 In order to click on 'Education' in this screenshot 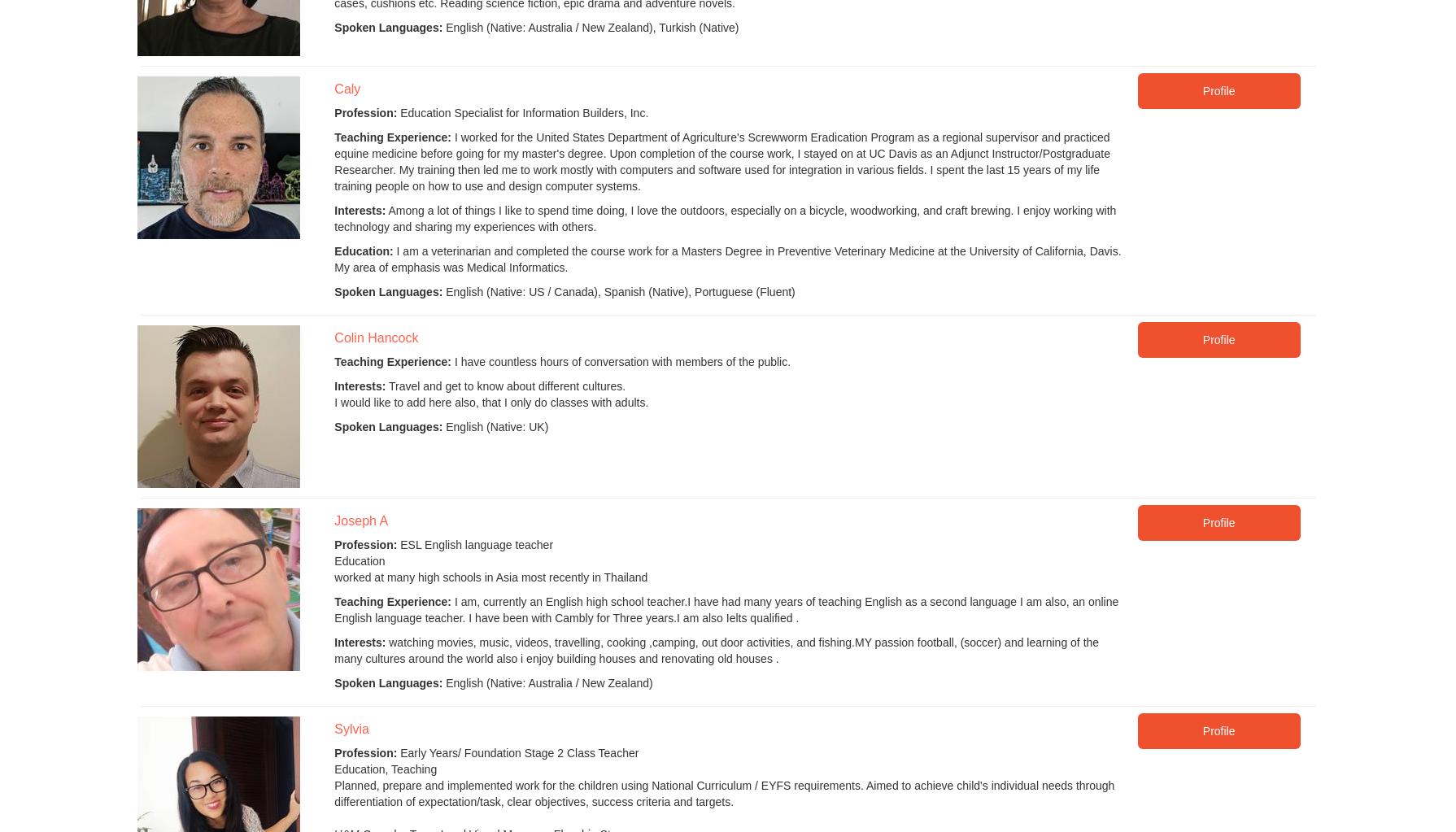, I will do `click(333, 560)`.